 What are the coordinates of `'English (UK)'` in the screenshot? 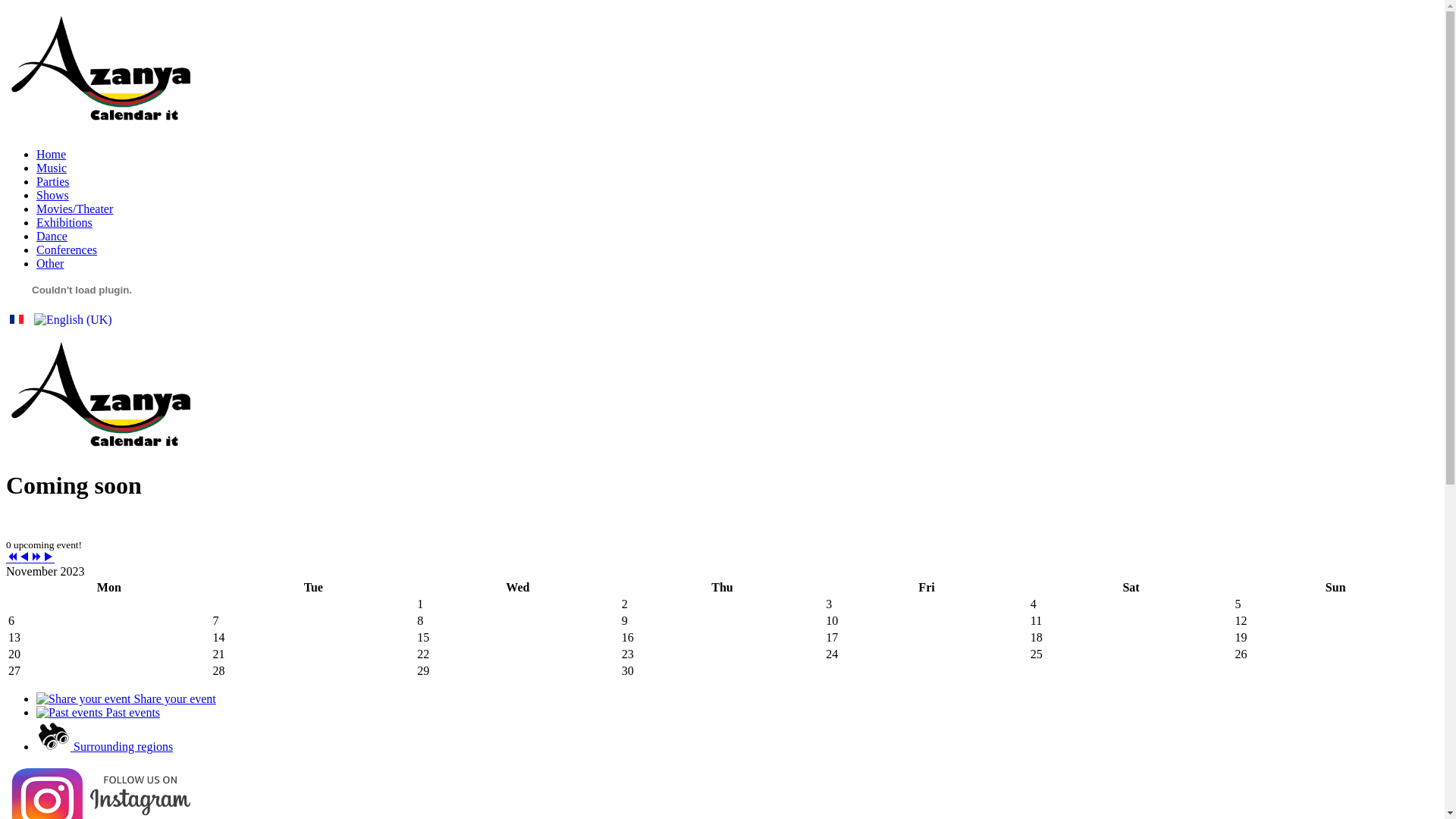 It's located at (72, 318).